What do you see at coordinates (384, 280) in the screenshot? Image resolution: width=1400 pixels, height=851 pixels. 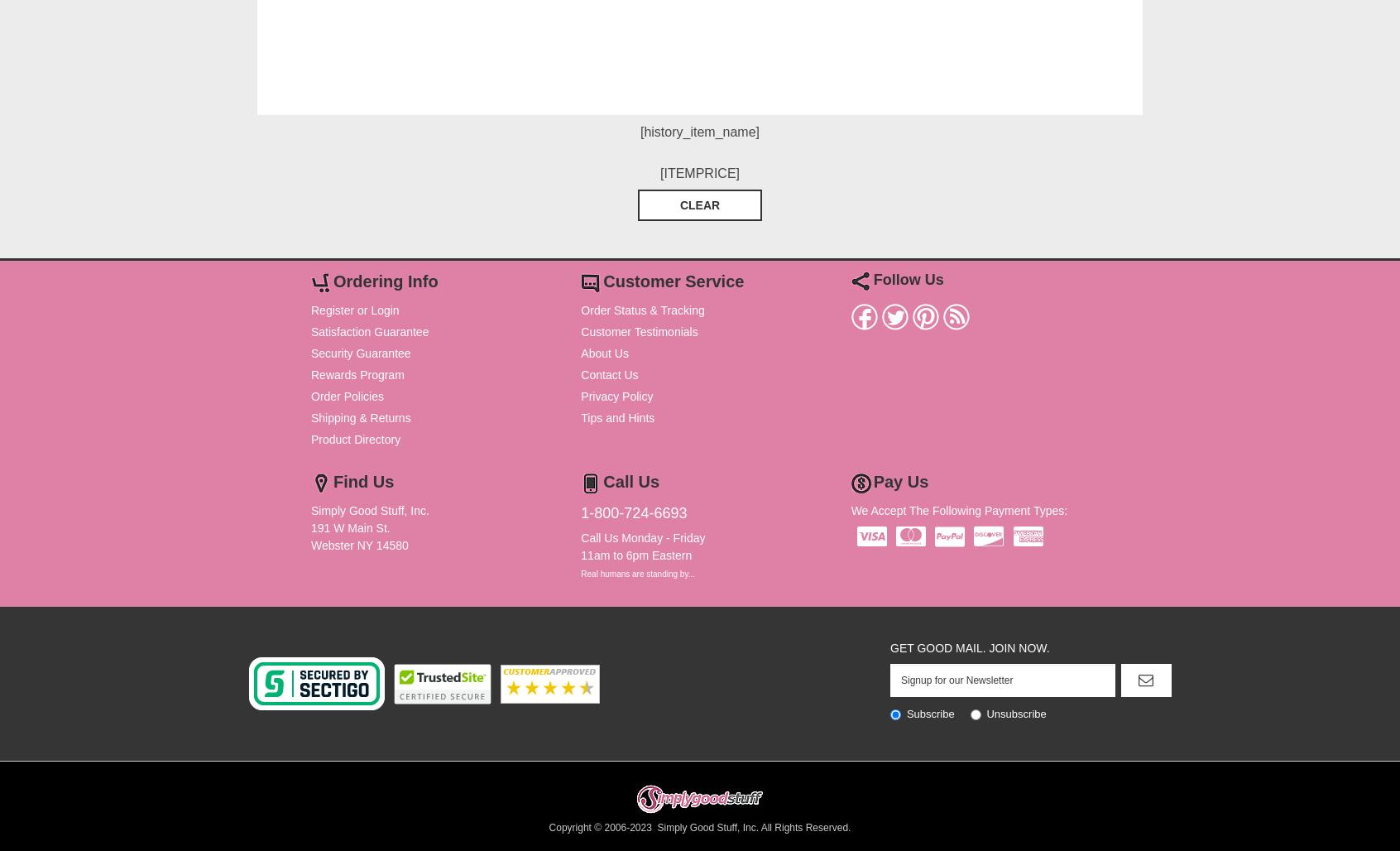 I see `'Ordering Info'` at bounding box center [384, 280].